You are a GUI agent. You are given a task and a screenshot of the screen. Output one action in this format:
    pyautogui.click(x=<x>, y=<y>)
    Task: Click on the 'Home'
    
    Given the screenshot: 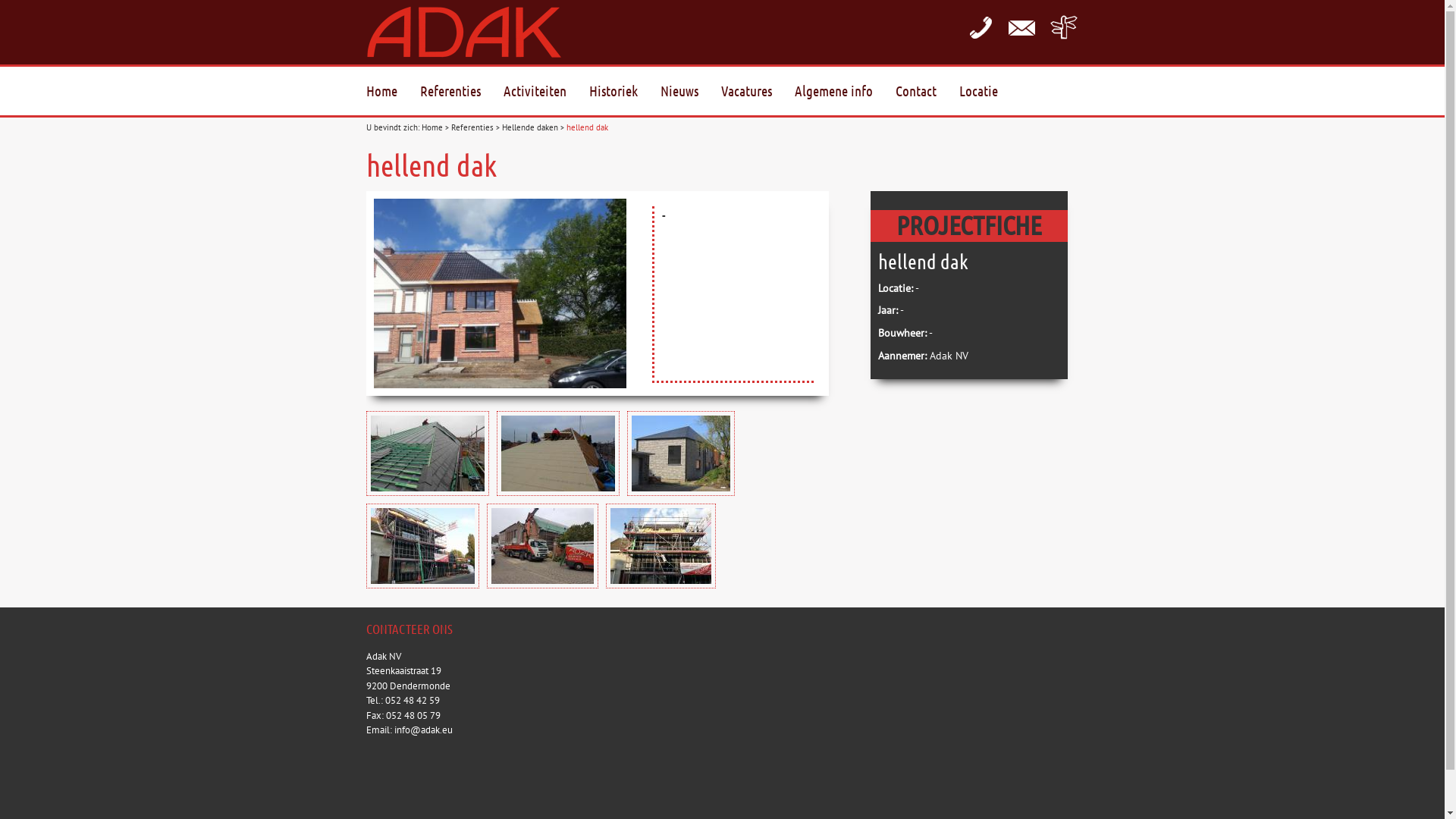 What is the action you would take?
    pyautogui.click(x=431, y=127)
    